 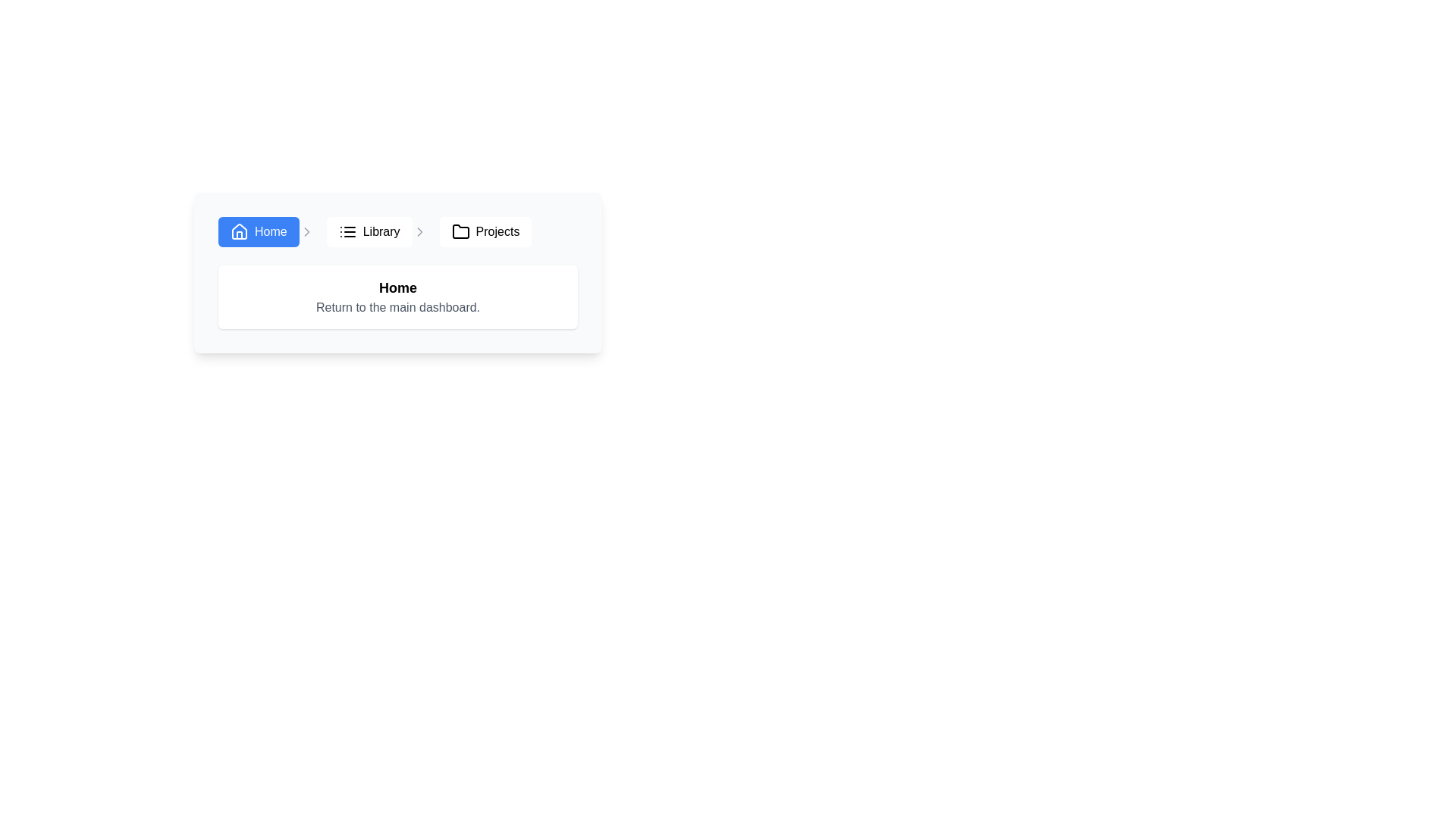 I want to click on text label displaying 'Library' located in the navigation section, positioned to the right of the list icon and between the 'Home' and 'Projects' sections, so click(x=381, y=231).